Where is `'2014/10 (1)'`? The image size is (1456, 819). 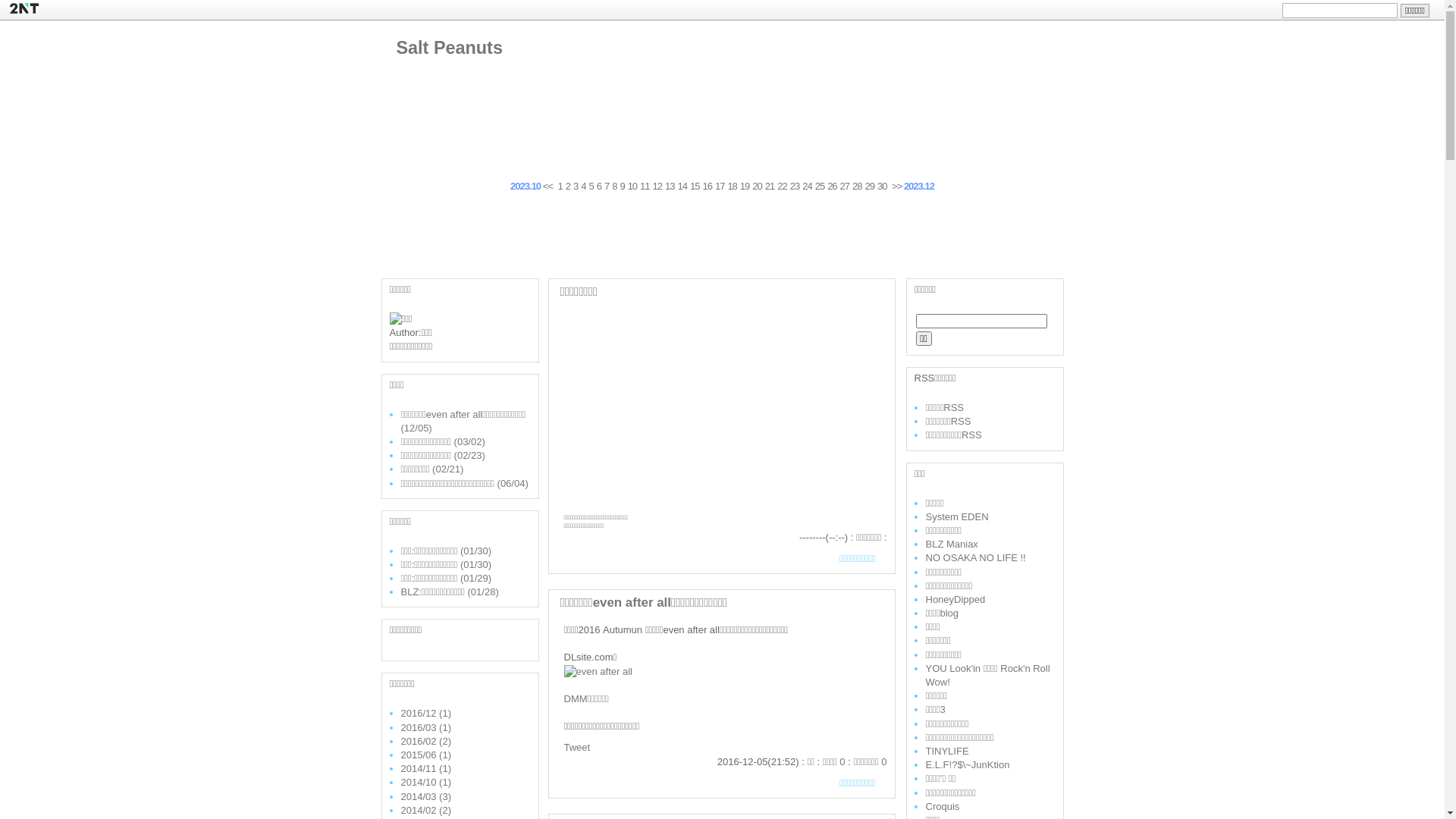 '2014/10 (1)' is located at coordinates (425, 782).